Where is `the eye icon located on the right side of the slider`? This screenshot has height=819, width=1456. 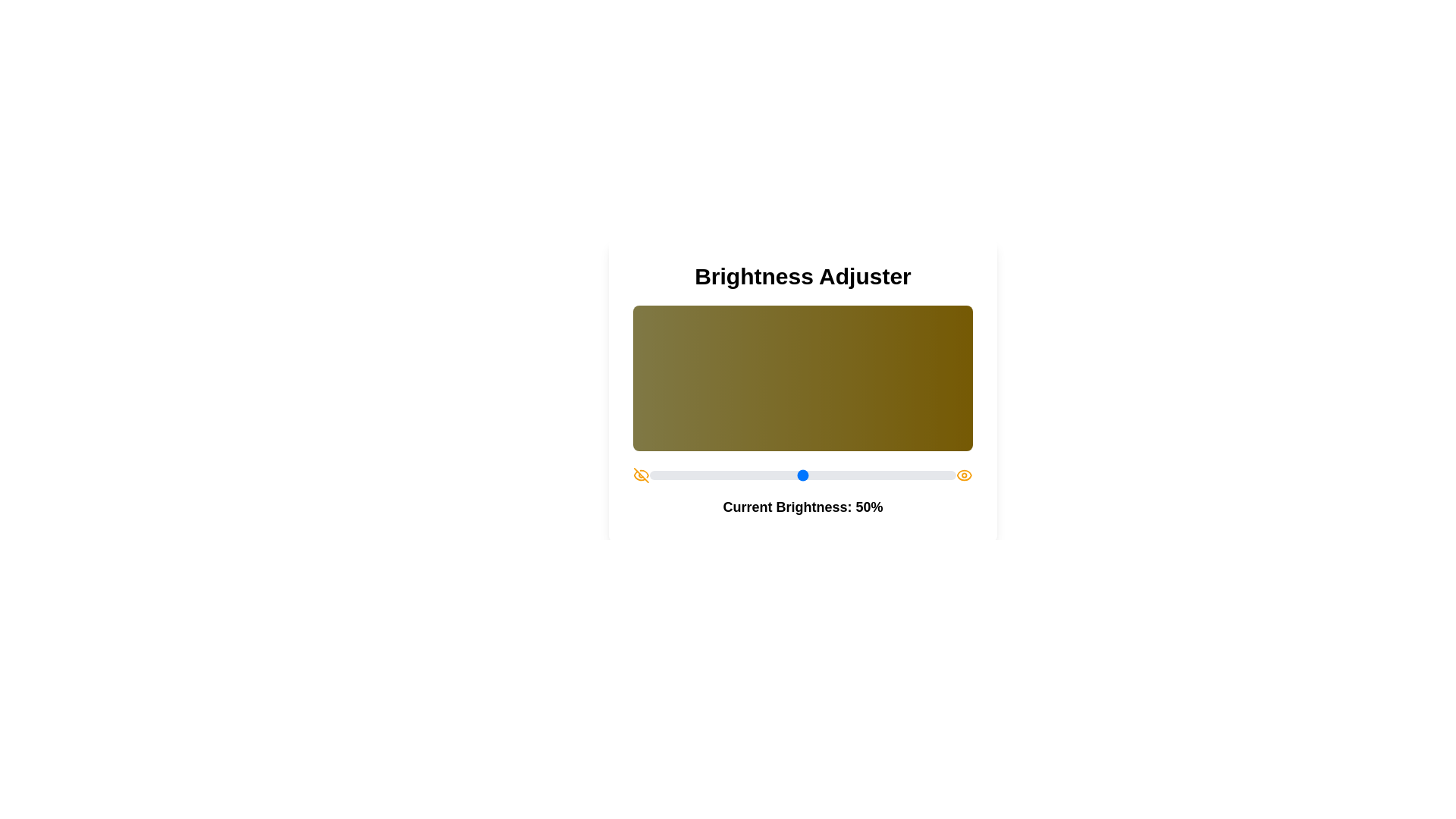
the eye icon located on the right side of the slider is located at coordinates (964, 475).